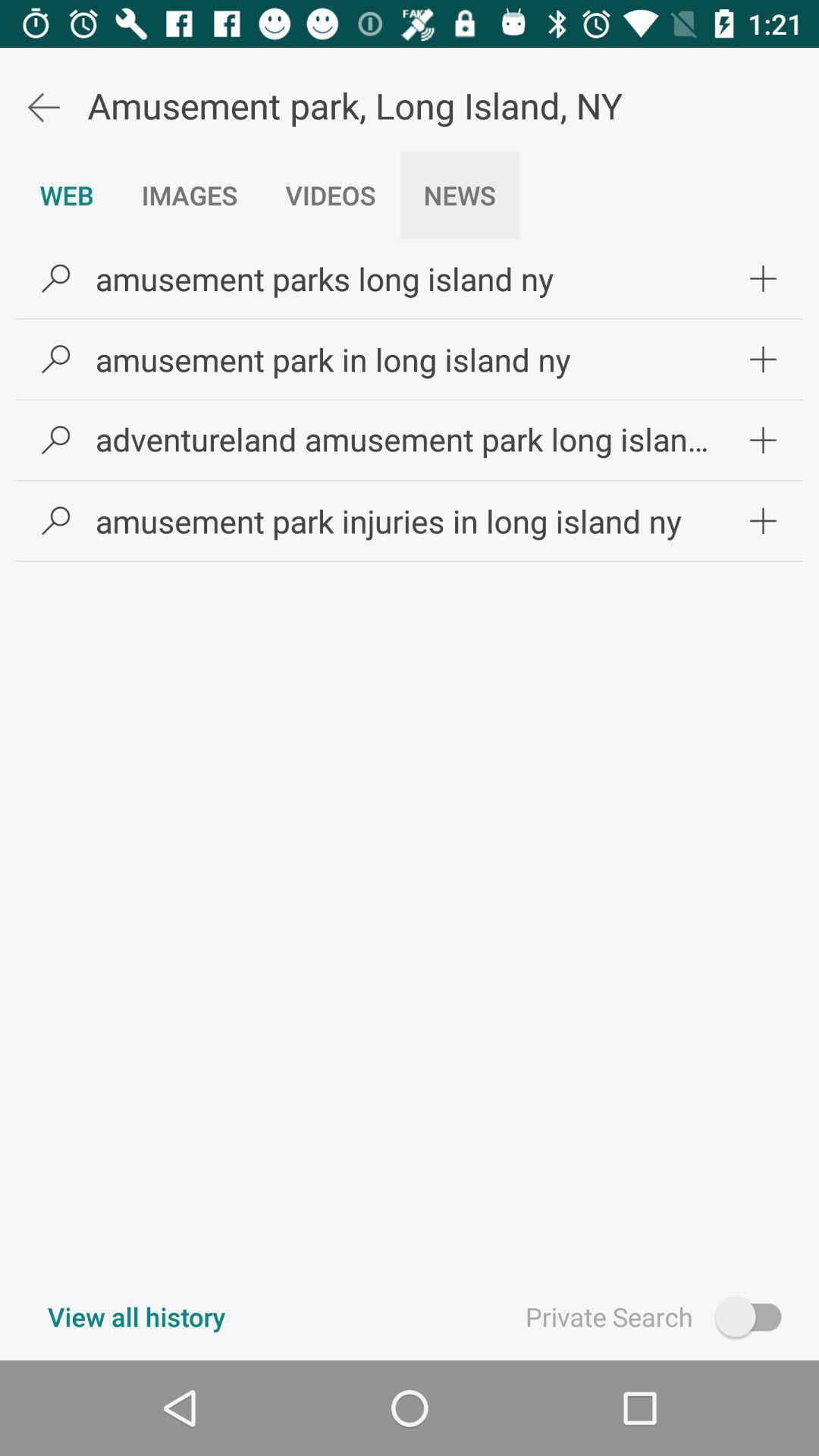  I want to click on item to the right of adventureland amusement park item, so click(763, 439).